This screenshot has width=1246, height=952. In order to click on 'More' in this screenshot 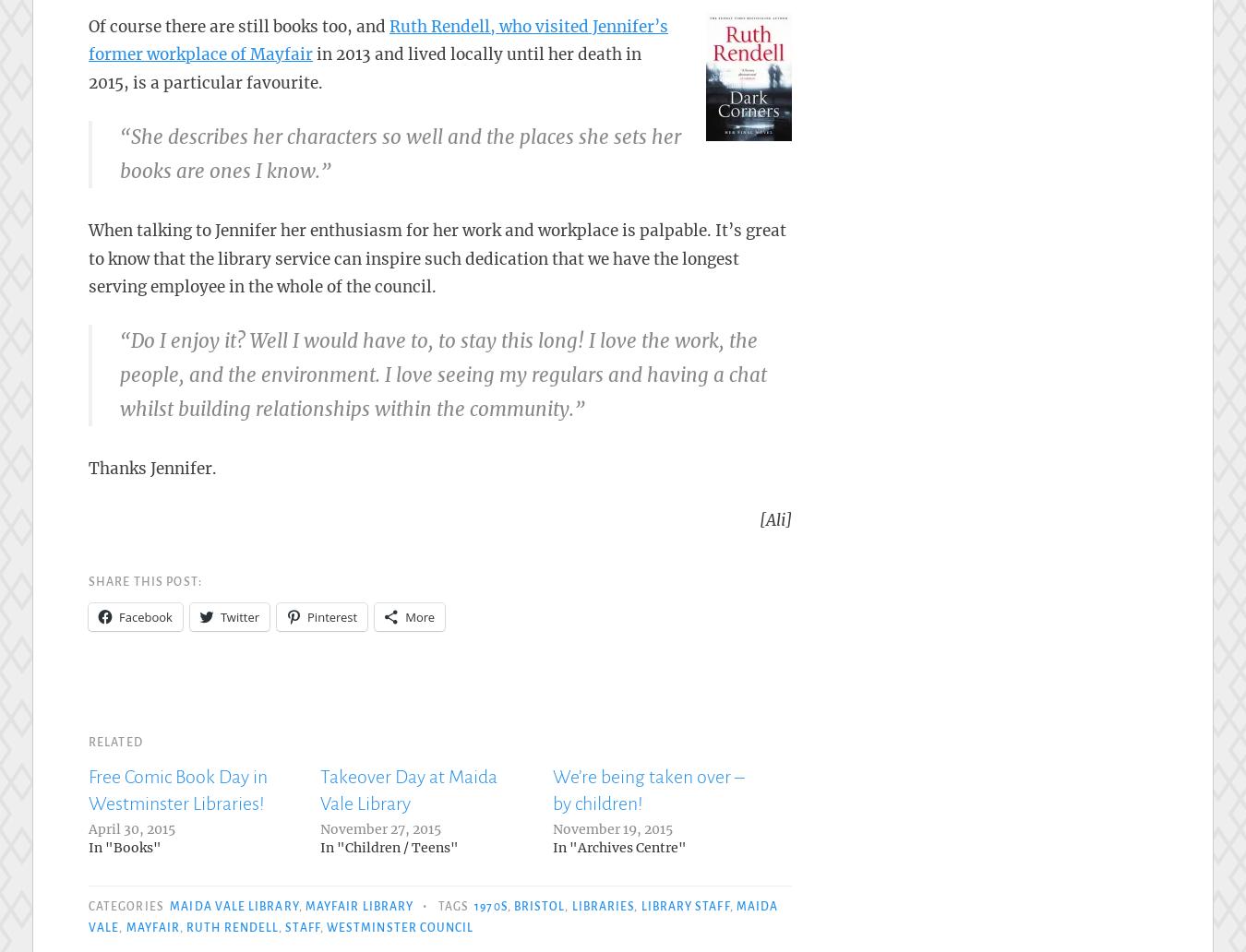, I will do `click(418, 616)`.